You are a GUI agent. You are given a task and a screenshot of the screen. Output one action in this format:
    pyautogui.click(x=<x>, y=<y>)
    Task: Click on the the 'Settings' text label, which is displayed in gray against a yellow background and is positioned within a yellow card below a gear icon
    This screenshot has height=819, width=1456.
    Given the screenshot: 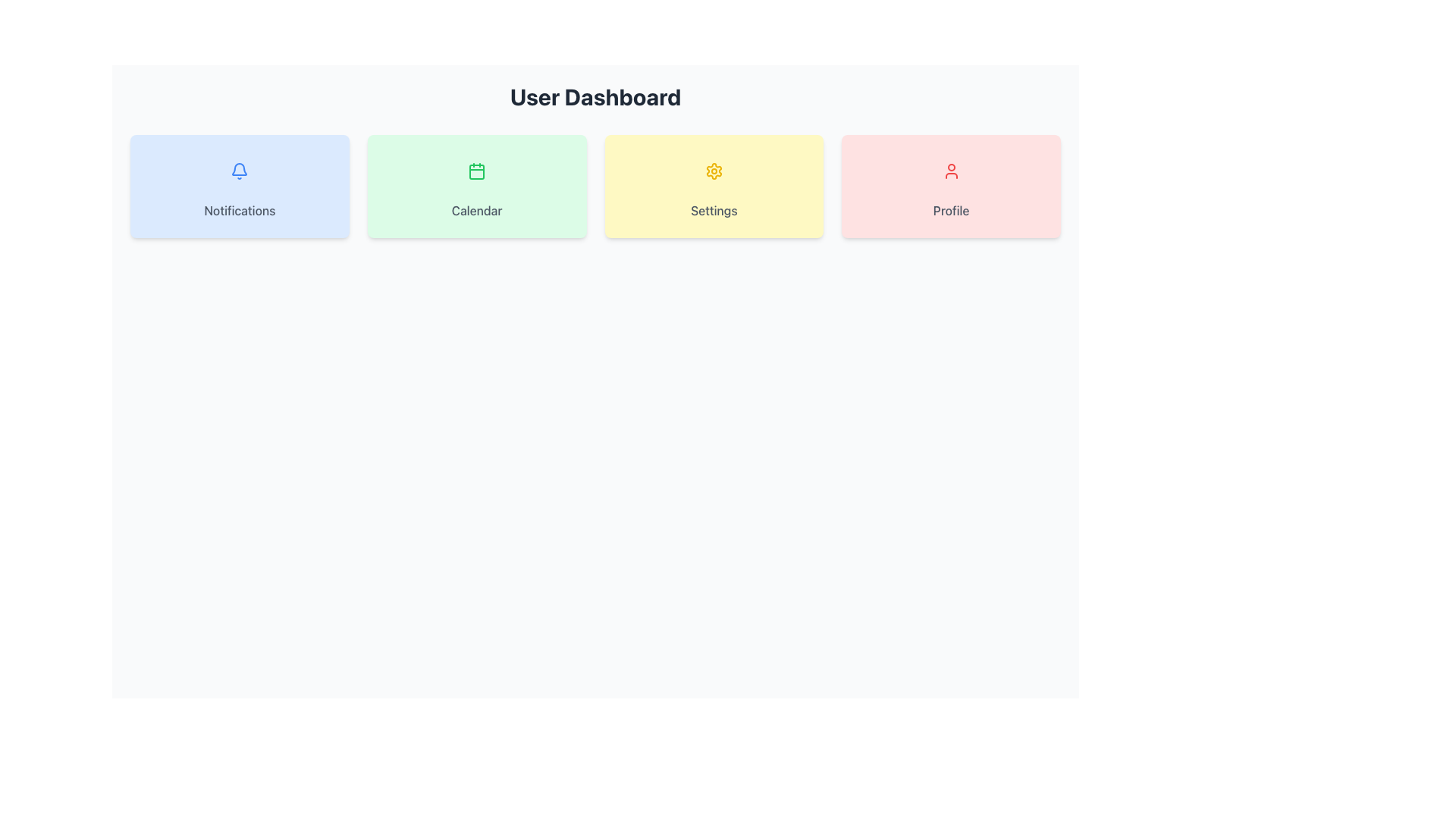 What is the action you would take?
    pyautogui.click(x=713, y=210)
    